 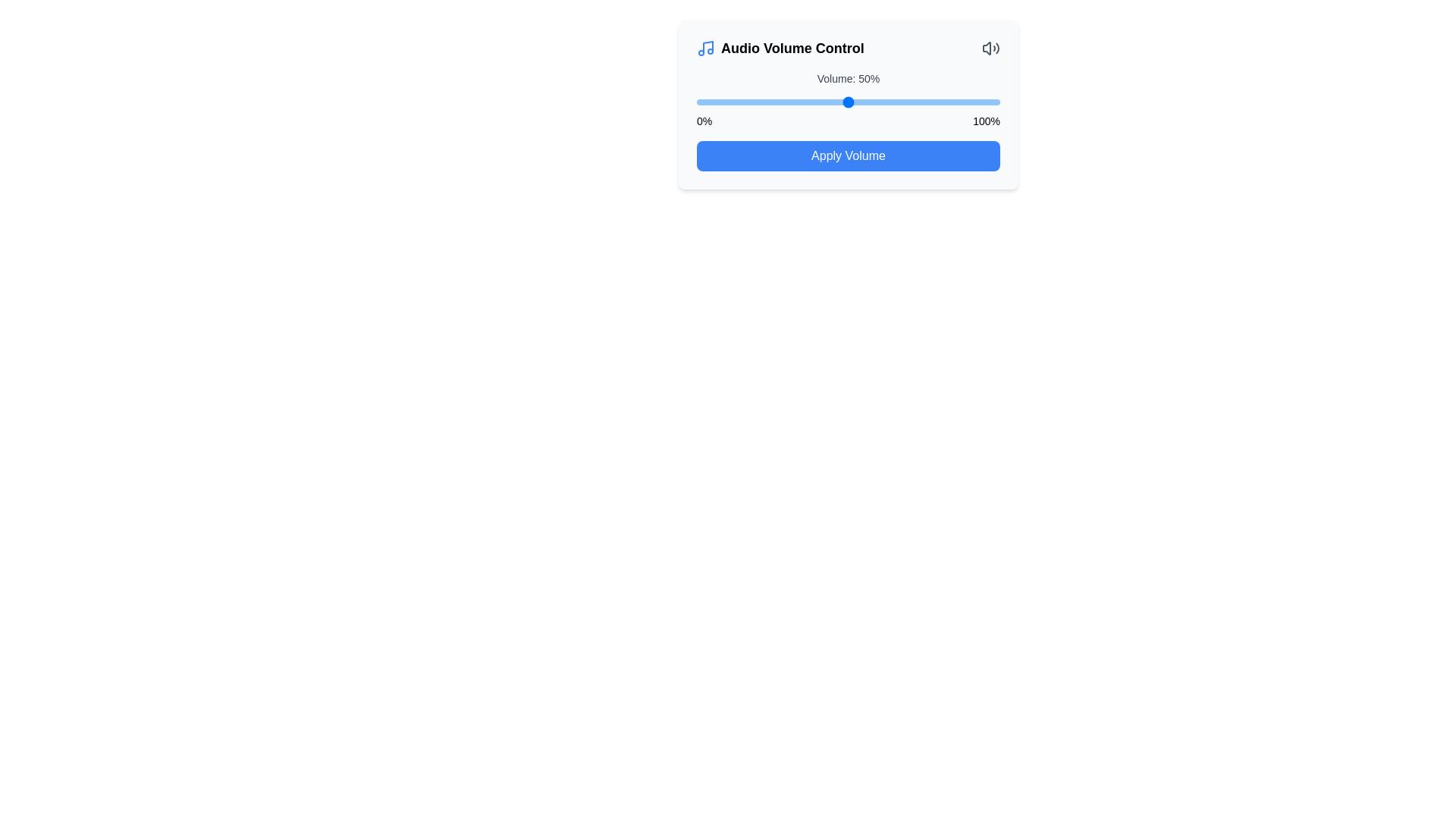 I want to click on the volume level, so click(x=948, y=102).